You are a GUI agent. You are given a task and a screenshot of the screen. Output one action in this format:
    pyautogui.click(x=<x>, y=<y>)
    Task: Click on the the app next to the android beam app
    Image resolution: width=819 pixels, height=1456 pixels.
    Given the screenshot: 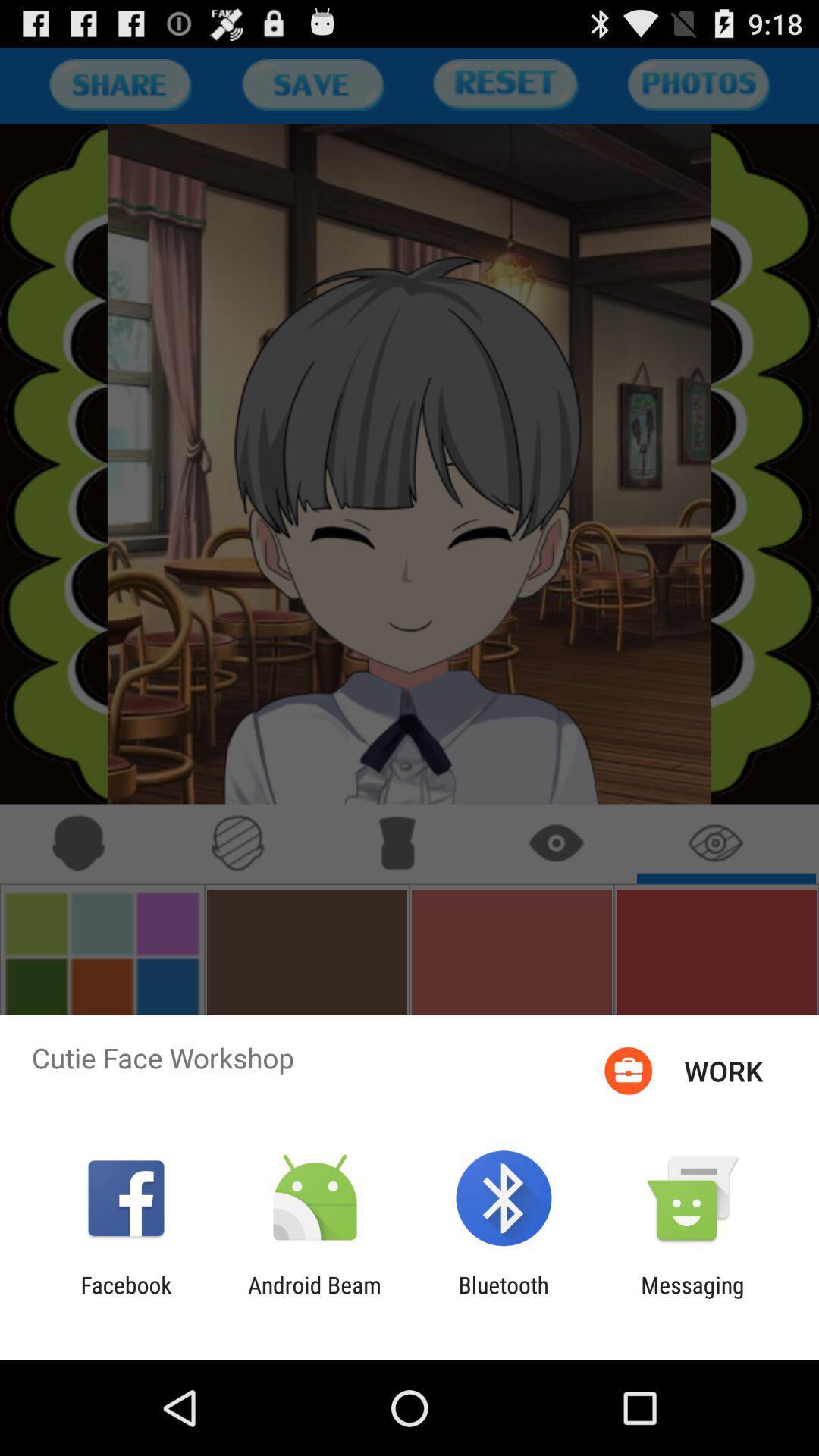 What is the action you would take?
    pyautogui.click(x=125, y=1298)
    